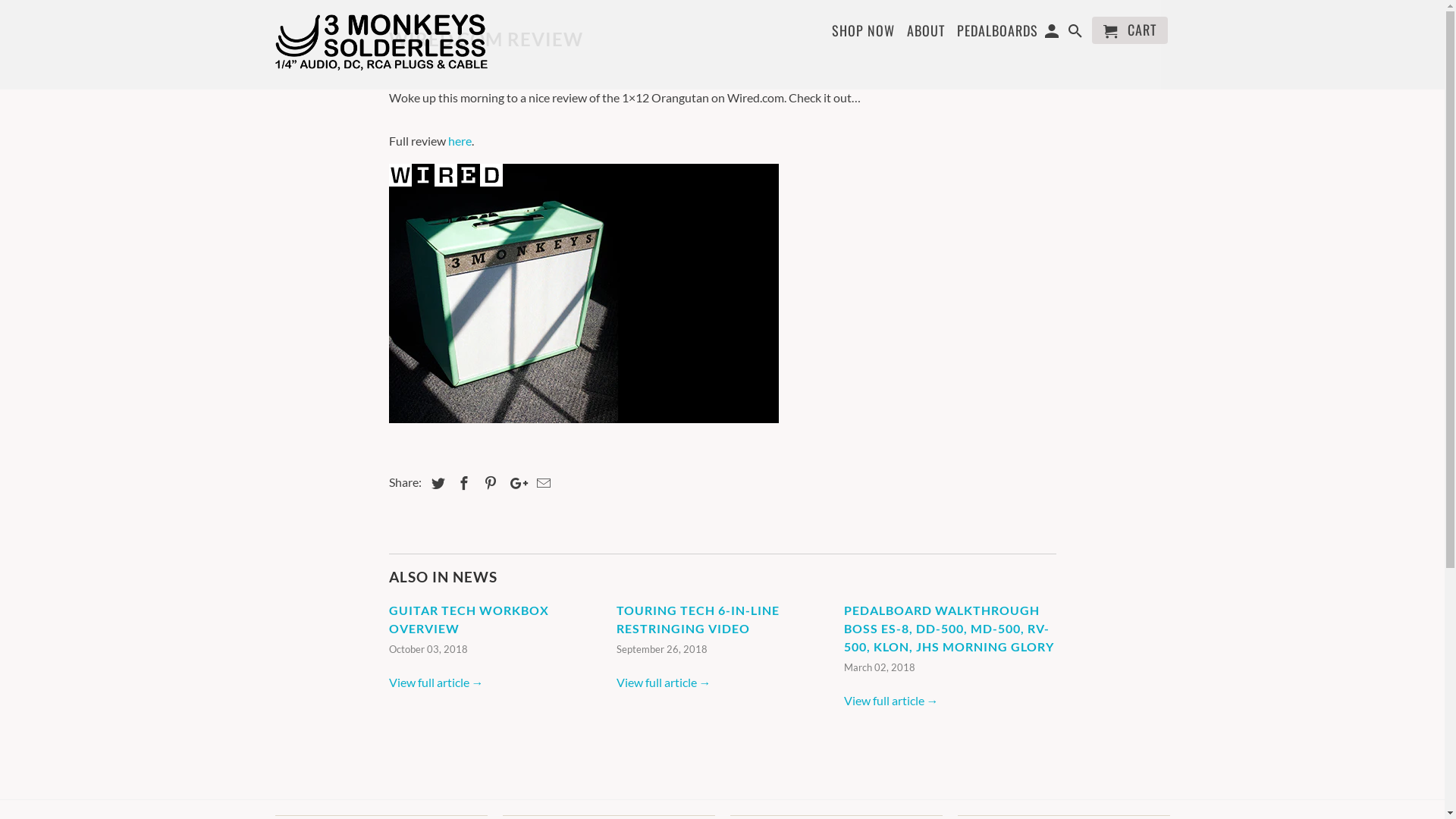 The image size is (1456, 819). I want to click on 'Search', so click(1076, 33).